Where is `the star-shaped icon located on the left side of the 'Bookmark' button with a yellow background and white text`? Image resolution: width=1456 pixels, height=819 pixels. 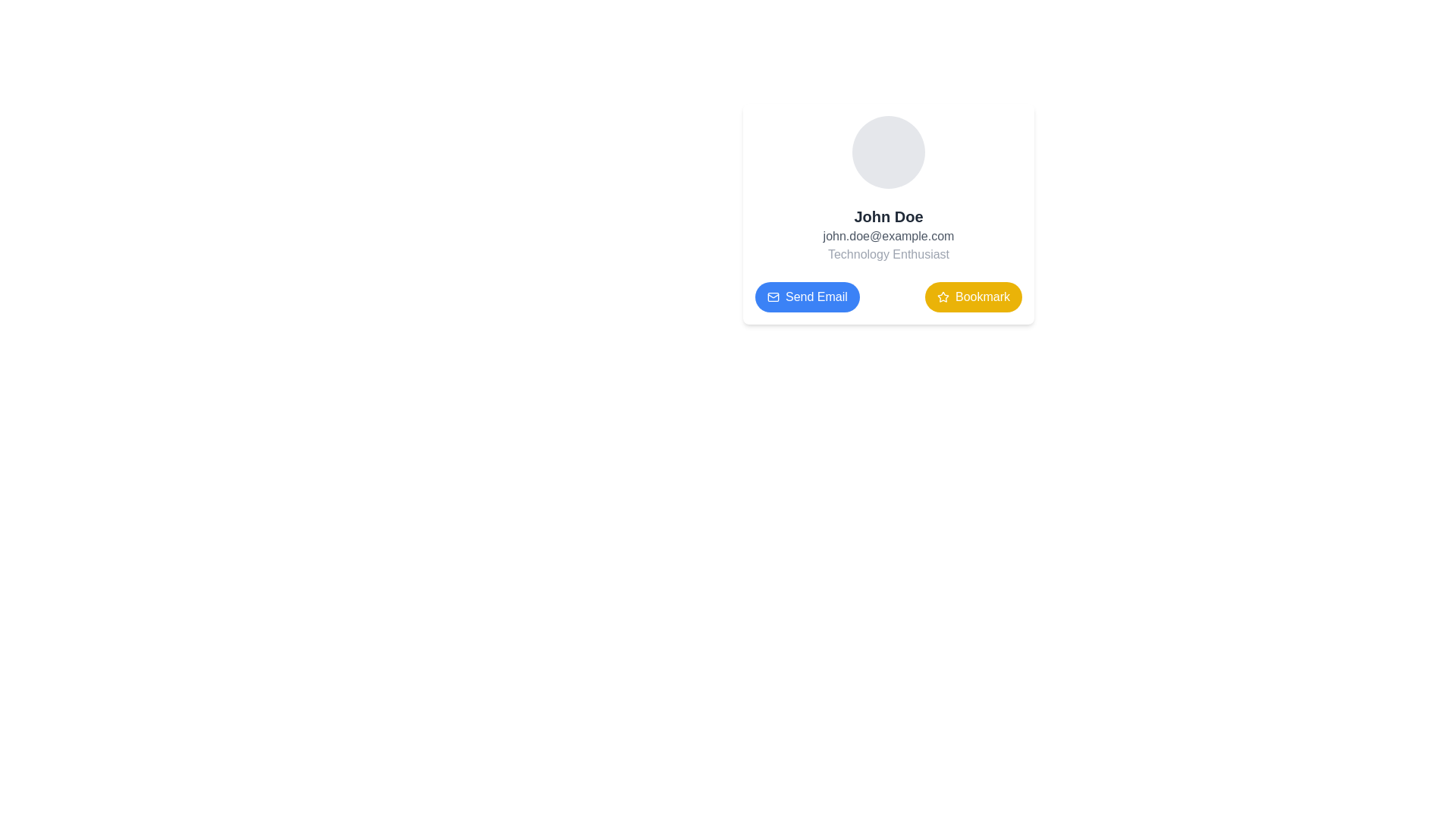 the star-shaped icon located on the left side of the 'Bookmark' button with a yellow background and white text is located at coordinates (942, 297).